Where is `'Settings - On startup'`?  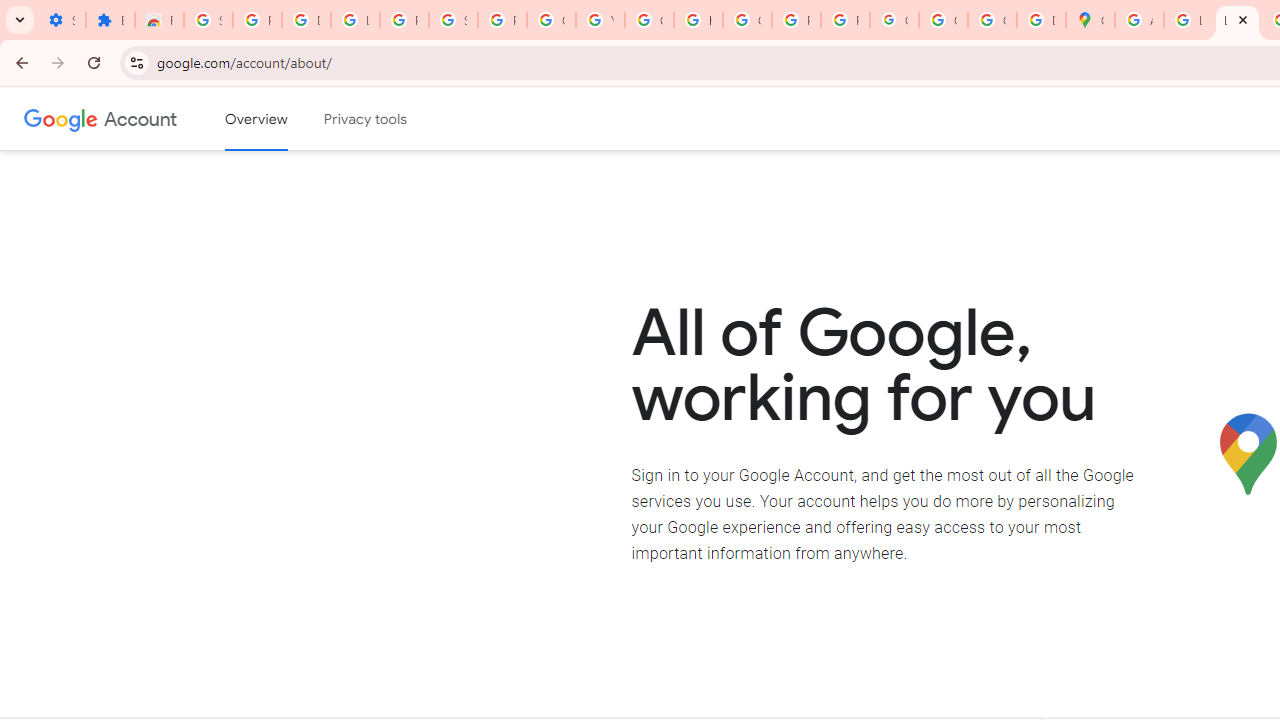 'Settings - On startup' is located at coordinates (61, 20).